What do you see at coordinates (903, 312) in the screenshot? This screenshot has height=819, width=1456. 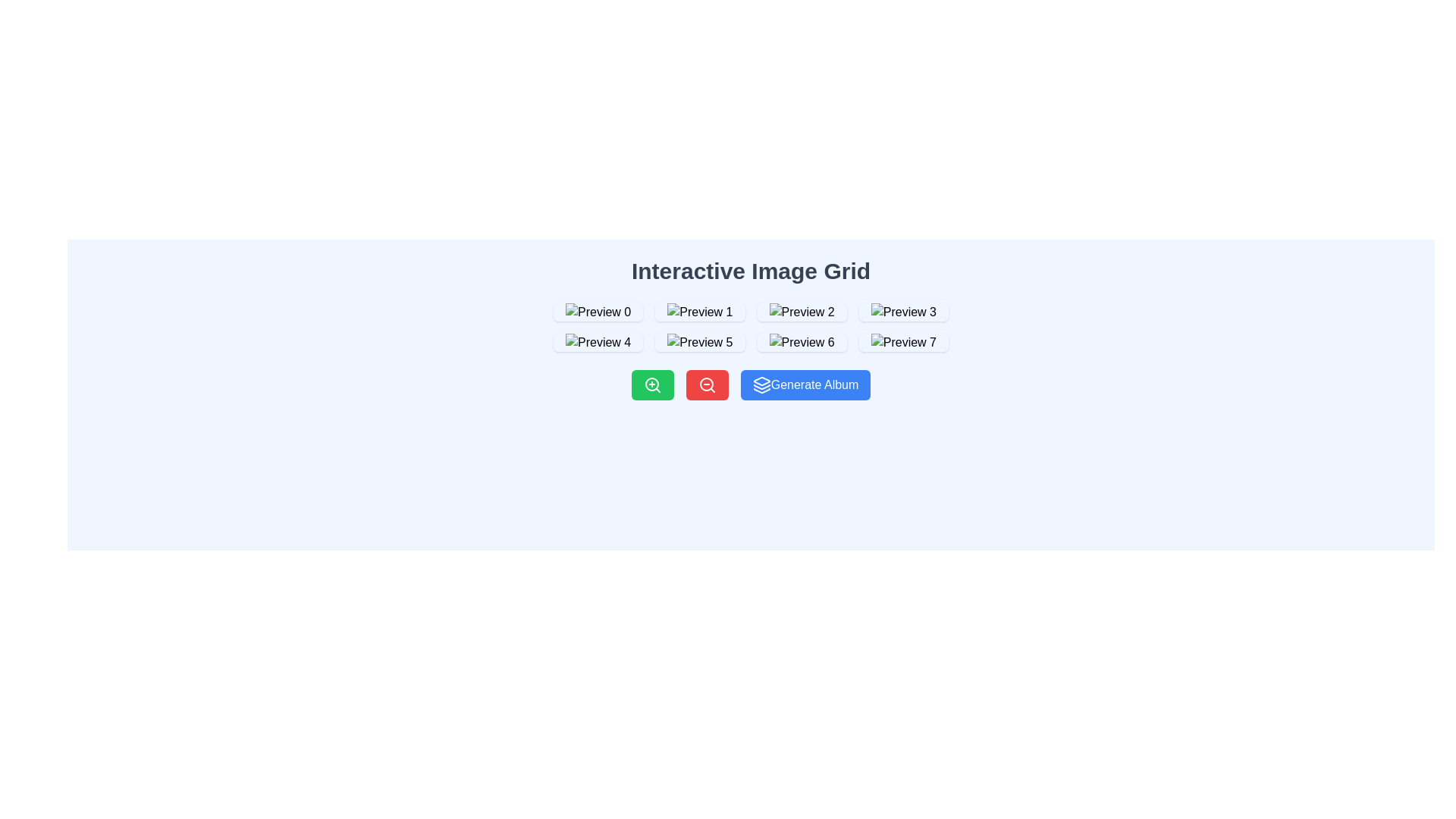 I see `the image preview element, which is the fourth item in the first row of a grid layout` at bounding box center [903, 312].